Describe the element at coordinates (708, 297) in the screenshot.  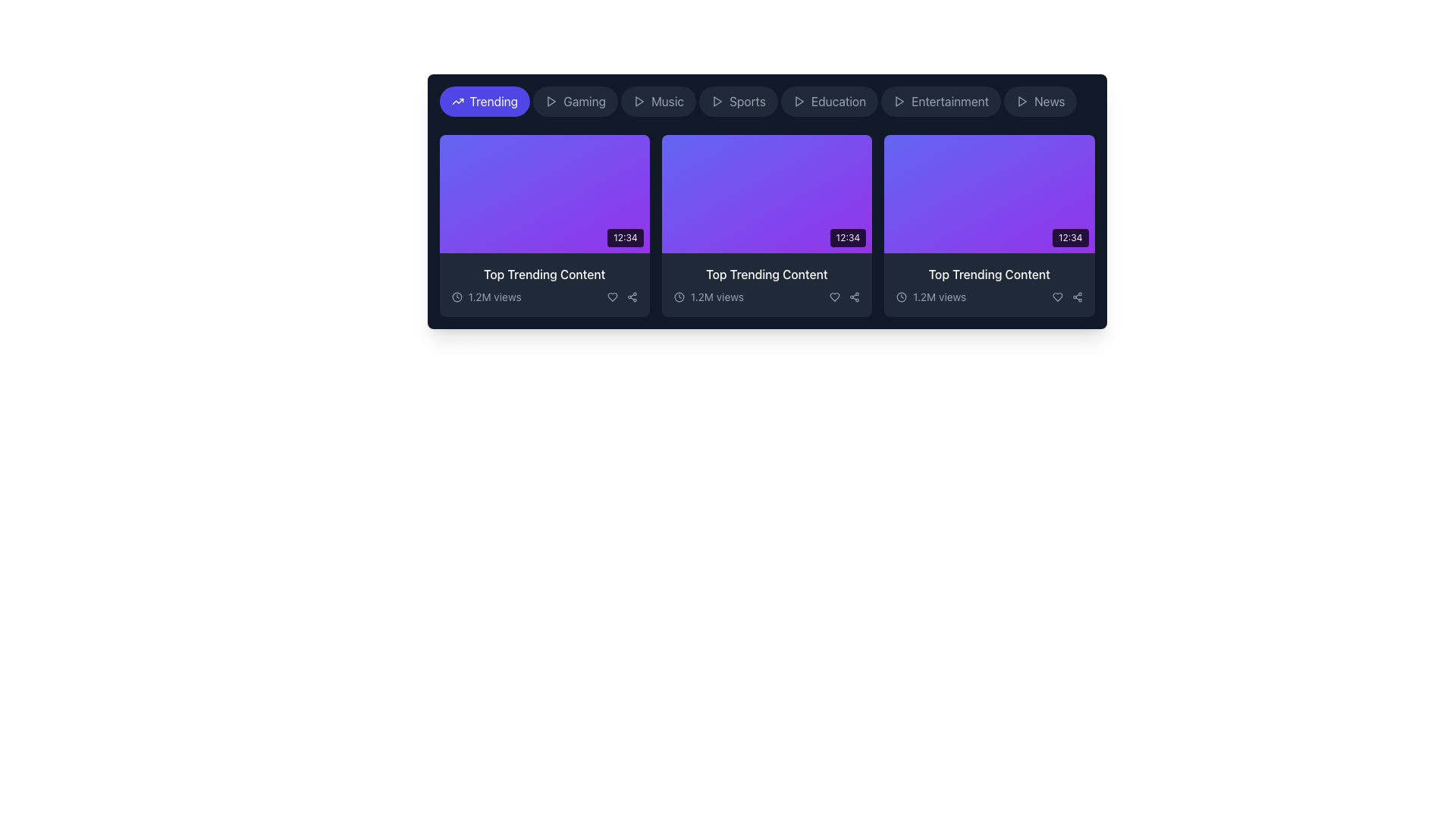
I see `the text label displaying the view count for the associated content, located beneath the second card in a horizontal list of cards` at that location.